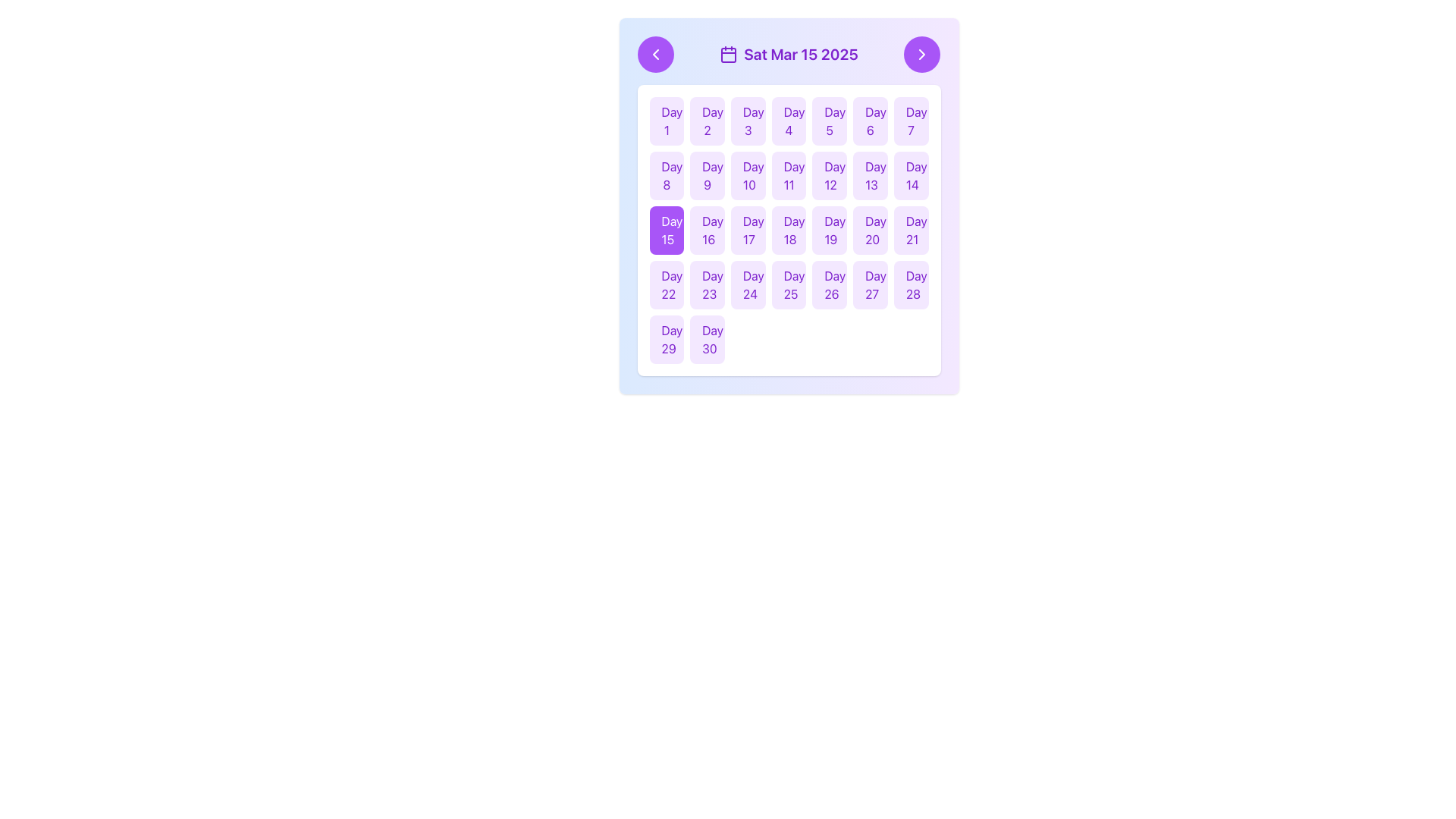 The width and height of the screenshot is (1456, 819). I want to click on the 'Day 27' button, which is a rectangular button with purple text on a light purple background, located in the fourth row and sixth from the left, so click(870, 284).